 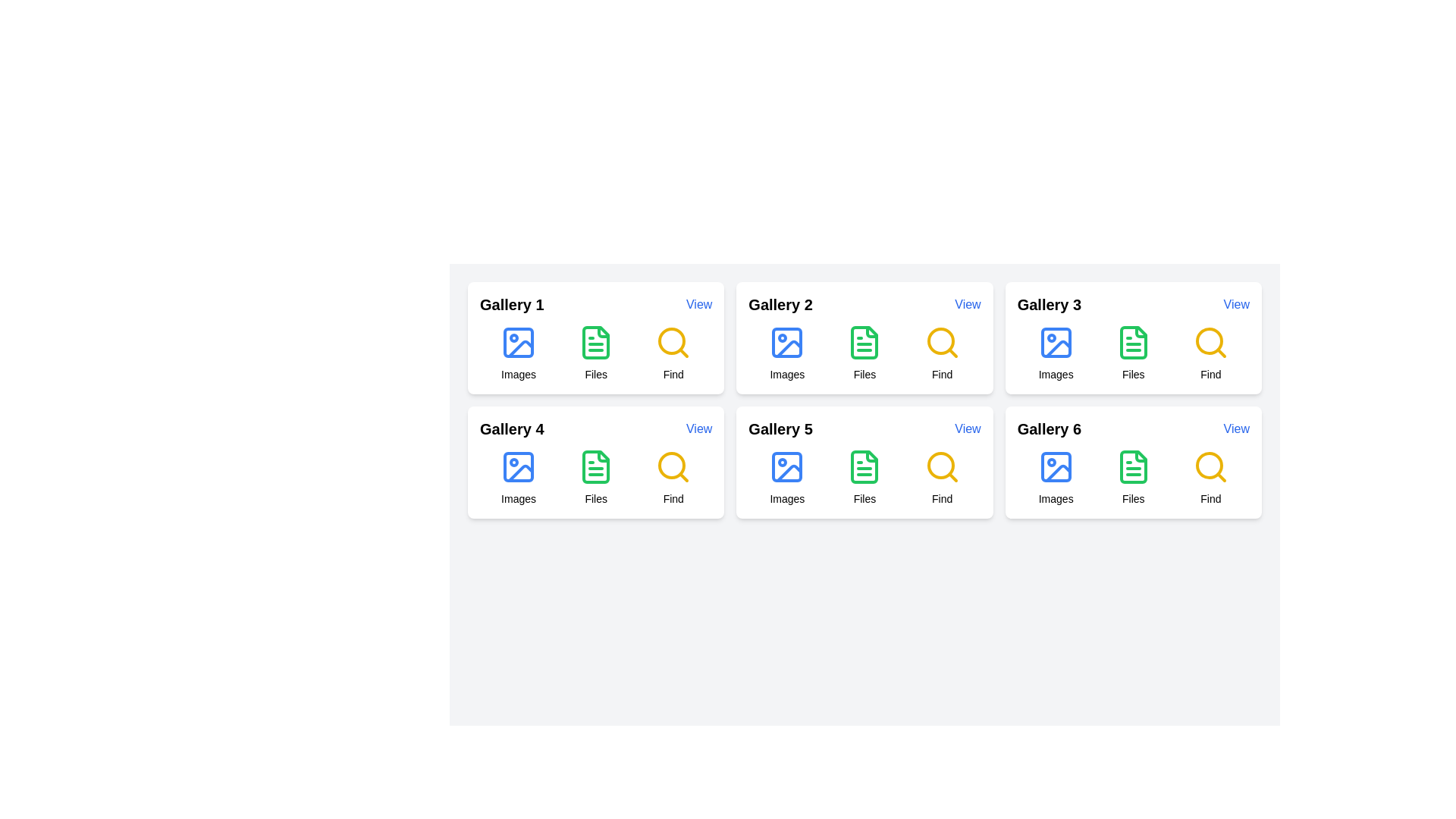 I want to click on the decorative shape located within the icon group of Gallery 5 at the top-left corner, which adds visual distinction to the image icon, so click(x=787, y=466).